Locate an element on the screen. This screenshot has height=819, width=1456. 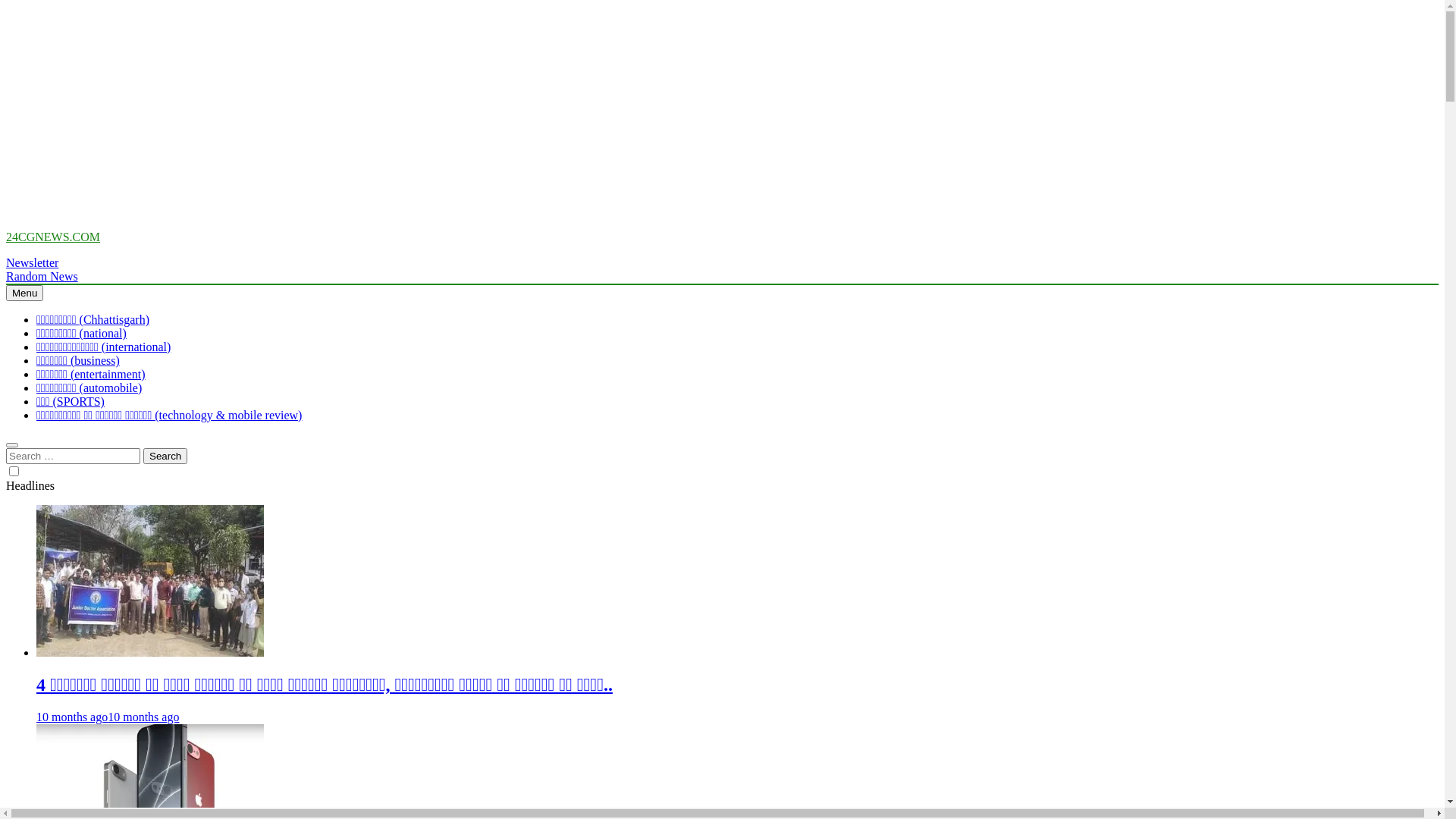
'10 months ago10 months ago' is located at coordinates (107, 717).